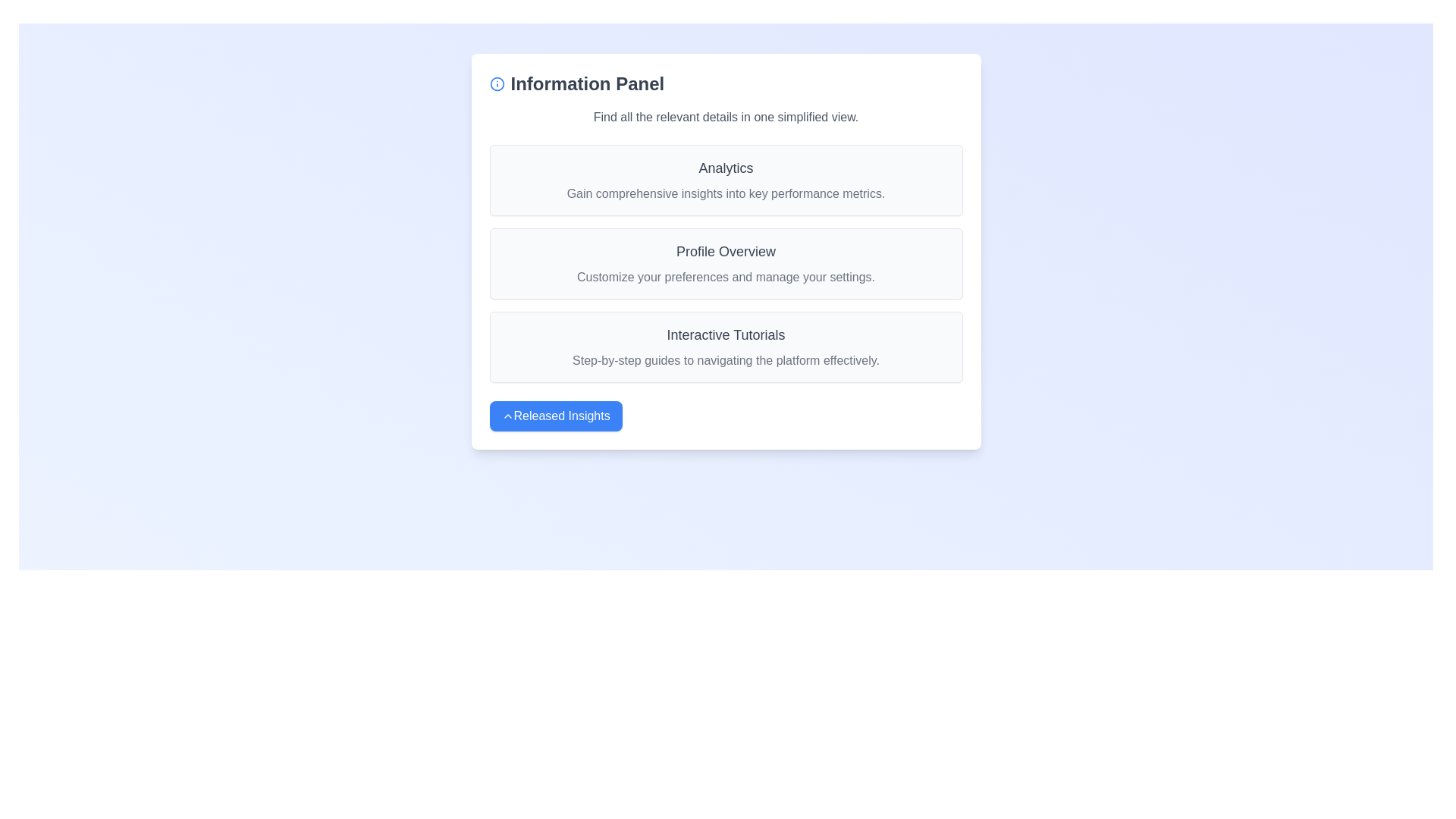 This screenshot has width=1456, height=819. I want to click on text label indicating 'Interactive Tutorials', which serves as the title for the section, located centrally in the third section of the vertically stacked list, so click(725, 334).